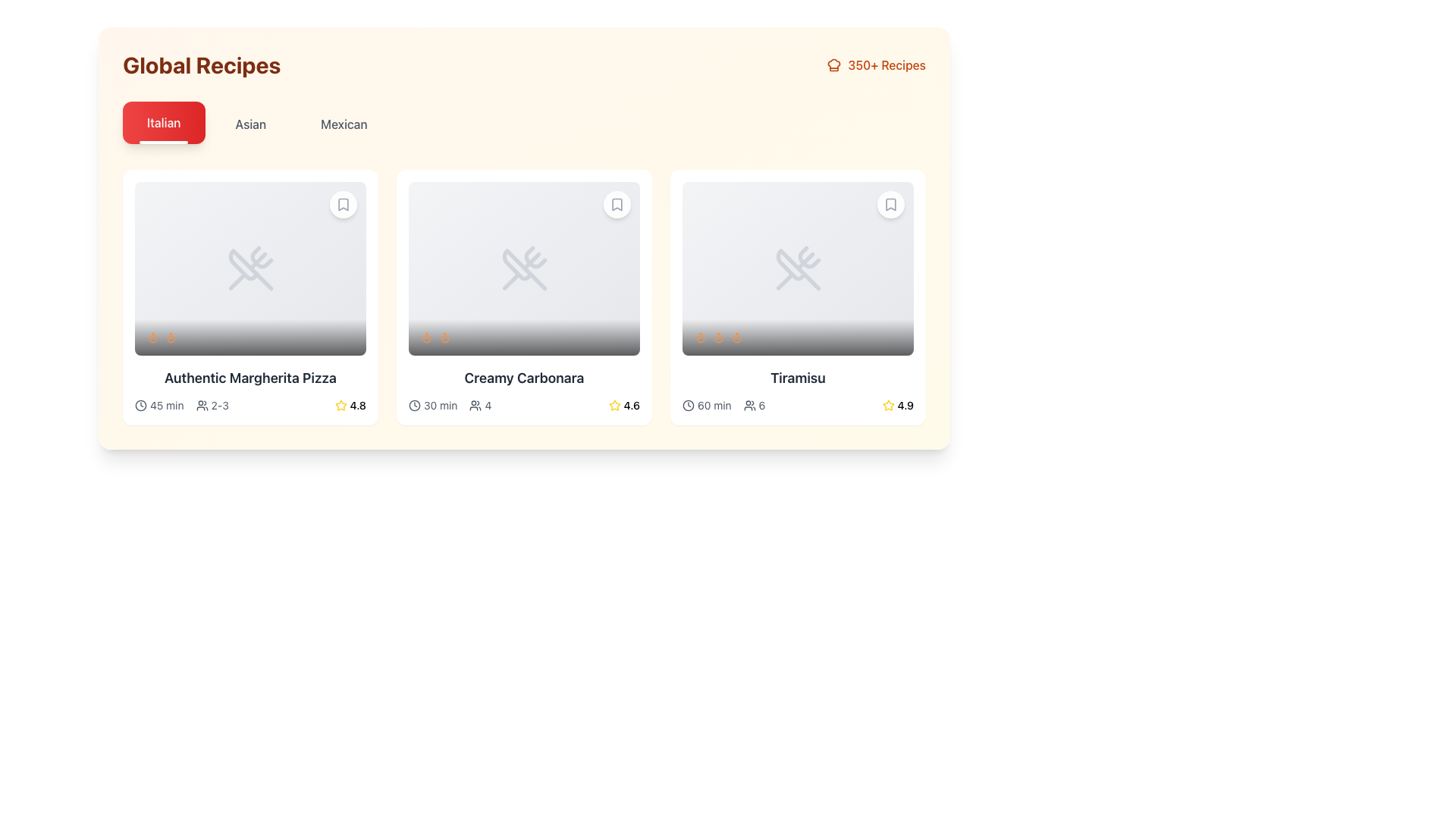 This screenshot has width=1456, height=819. Describe the element at coordinates (754, 404) in the screenshot. I see `the value displayed in the label that indicates the number of individuals related to the item, located as the second element in the horizontal layout following the '60 min' label` at that location.